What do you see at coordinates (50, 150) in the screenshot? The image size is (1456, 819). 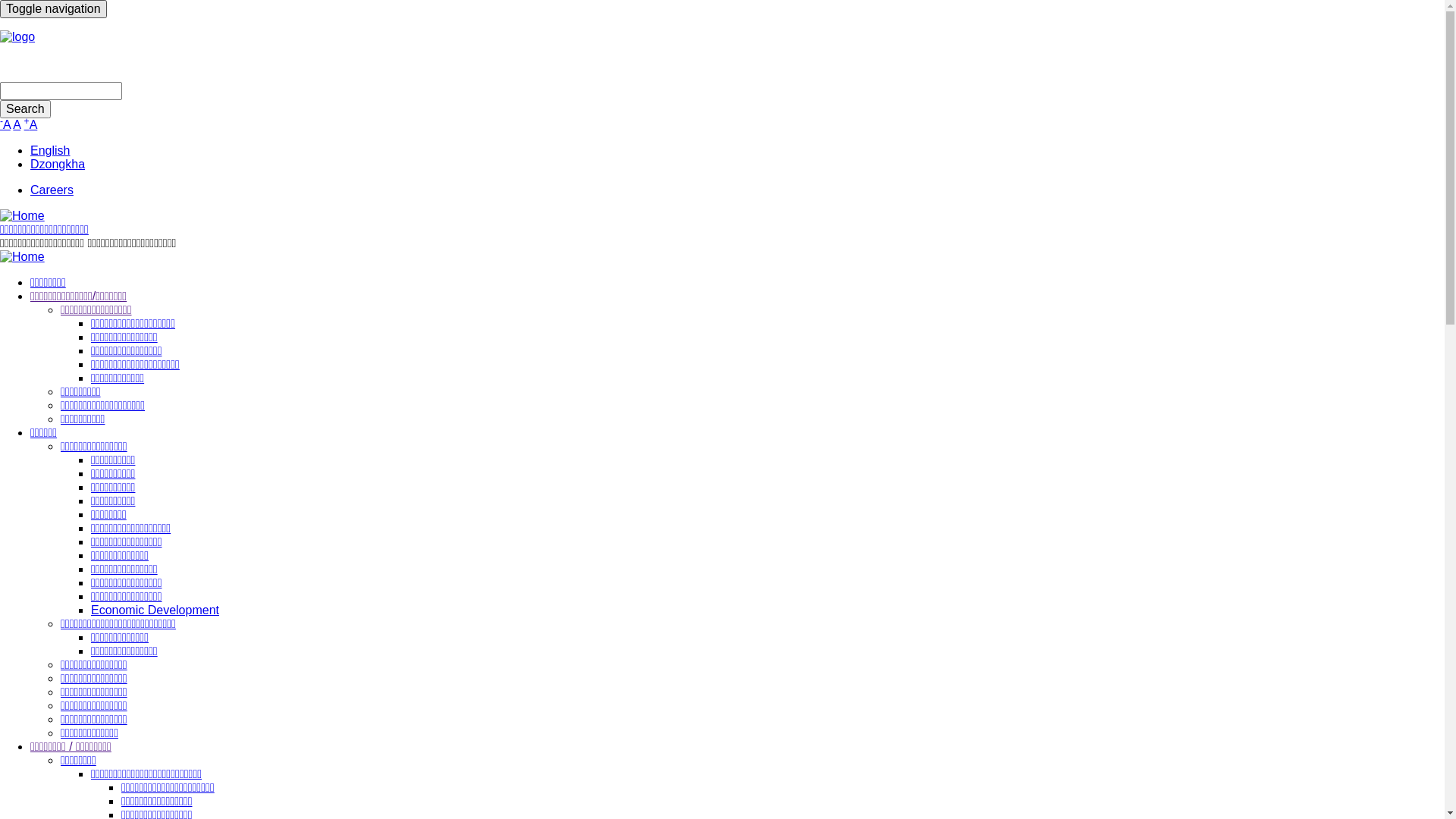 I see `'English'` at bounding box center [50, 150].